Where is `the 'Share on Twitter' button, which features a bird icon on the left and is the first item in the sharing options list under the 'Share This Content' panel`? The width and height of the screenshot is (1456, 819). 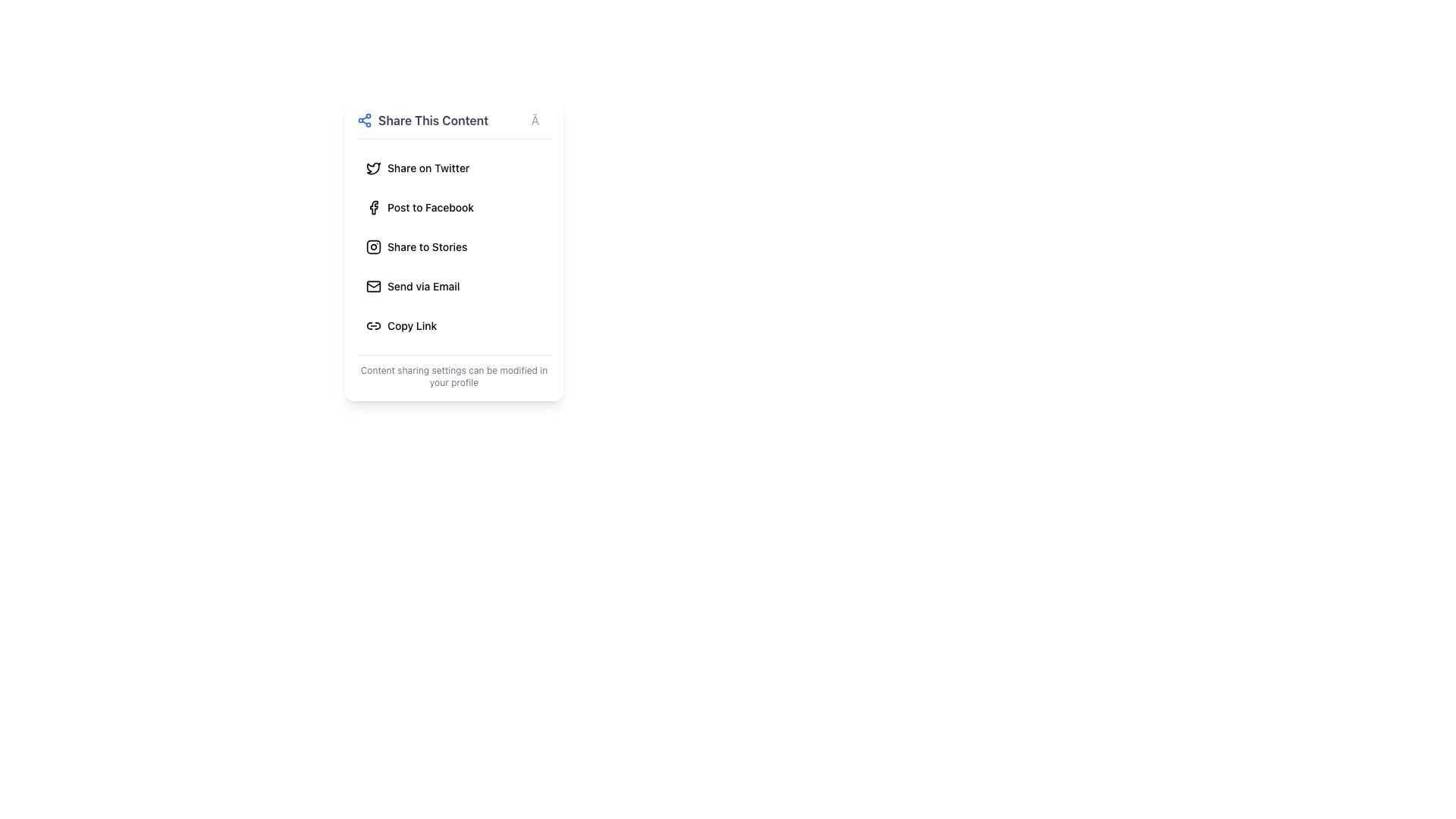 the 'Share on Twitter' button, which features a bird icon on the left and is the first item in the sharing options list under the 'Share This Content' panel is located at coordinates (453, 168).